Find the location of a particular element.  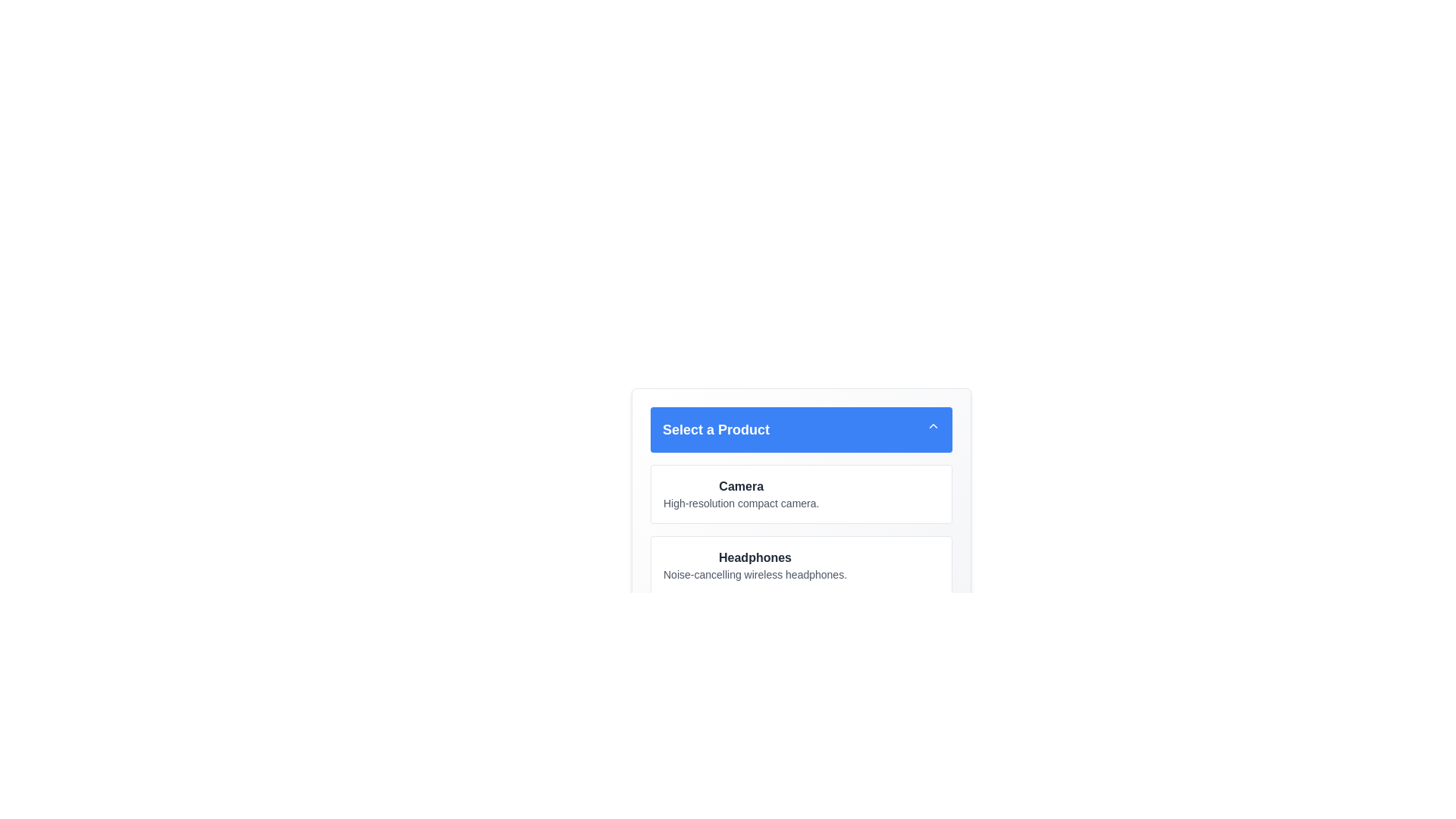

the informational text label for the product 'Headphones', located below the 'Camera' section in the 'Select a Product' list is located at coordinates (755, 565).